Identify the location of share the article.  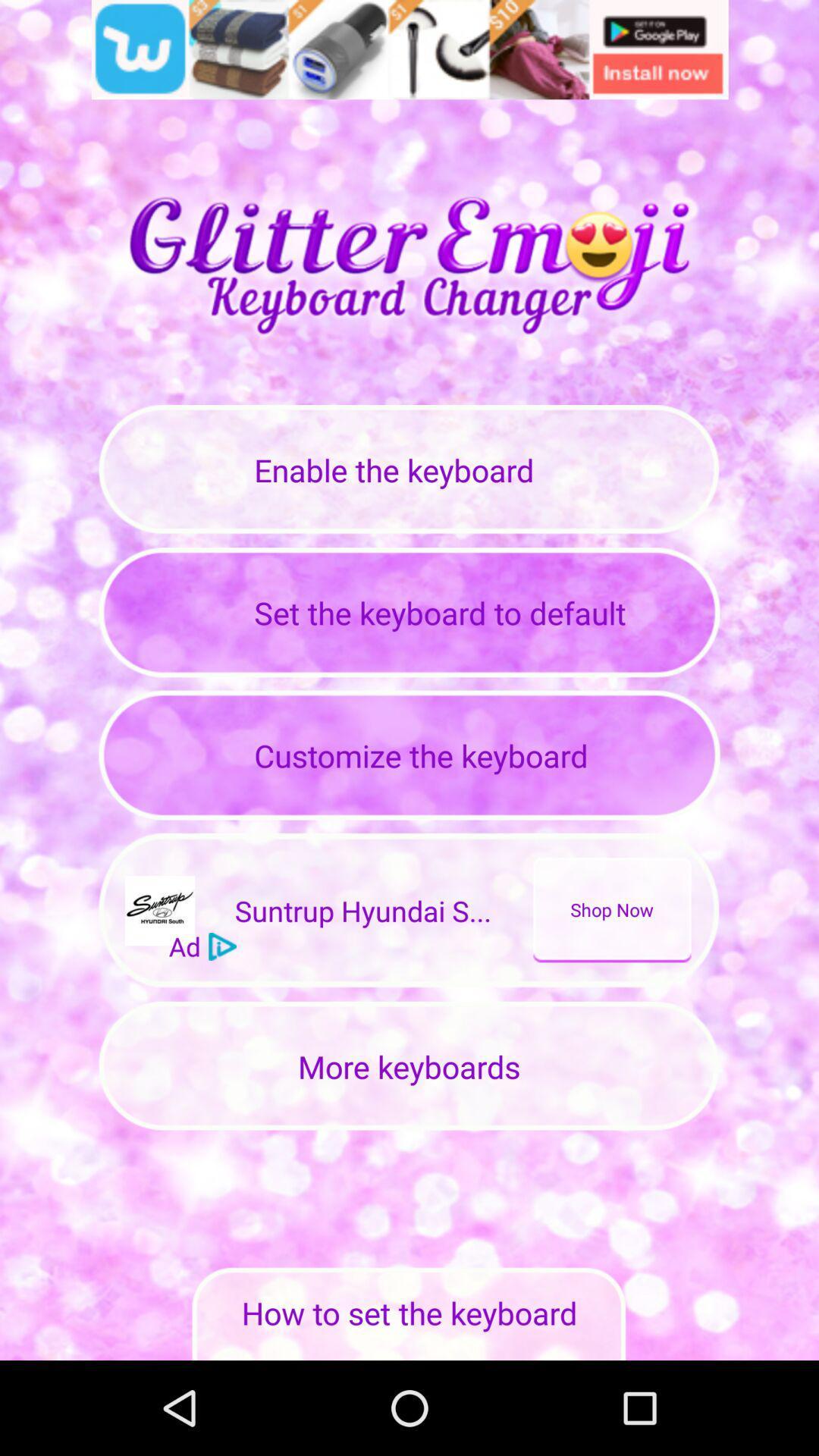
(409, 49).